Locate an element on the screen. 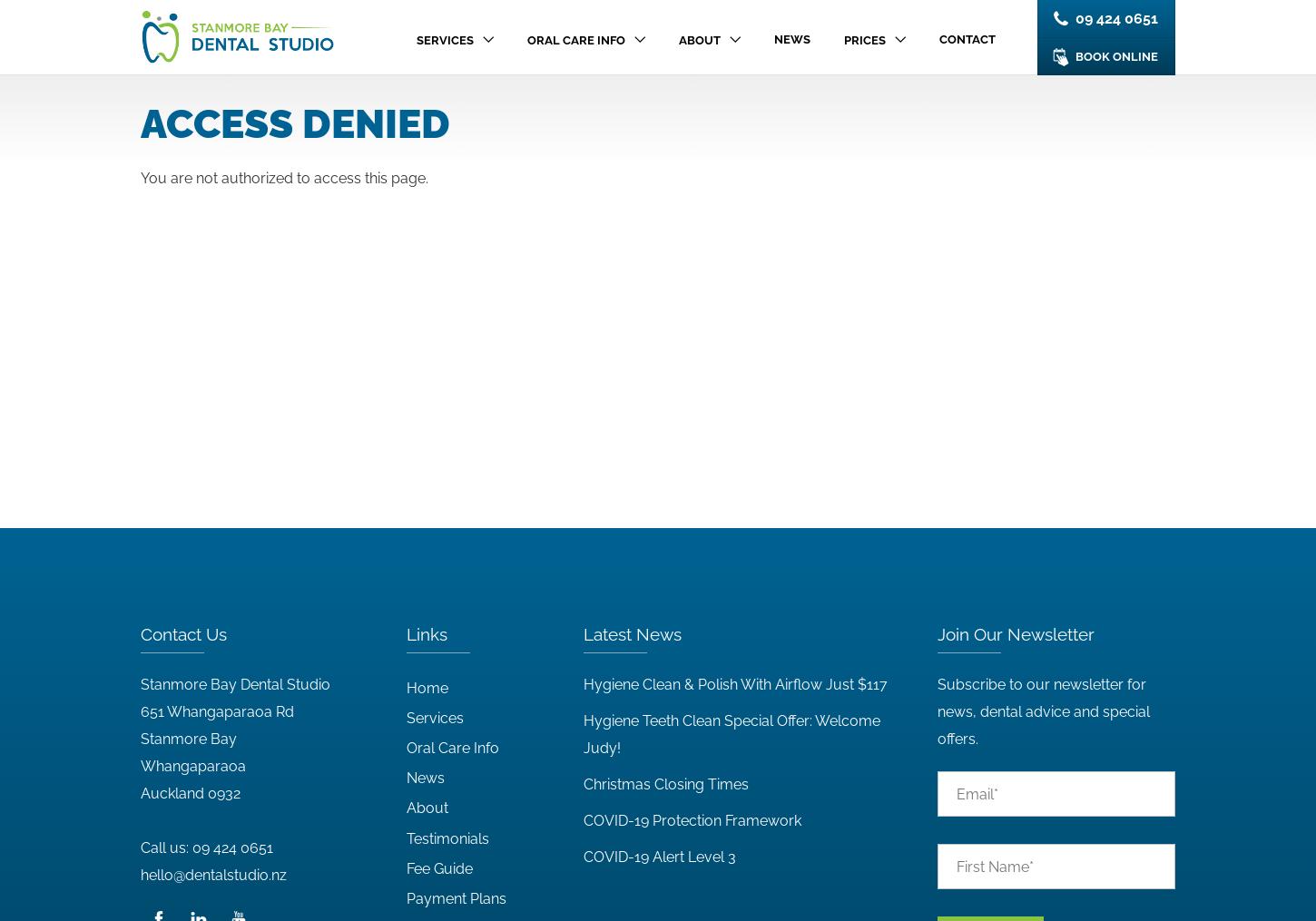 This screenshot has width=1316, height=921. 'Contact Us' is located at coordinates (182, 633).